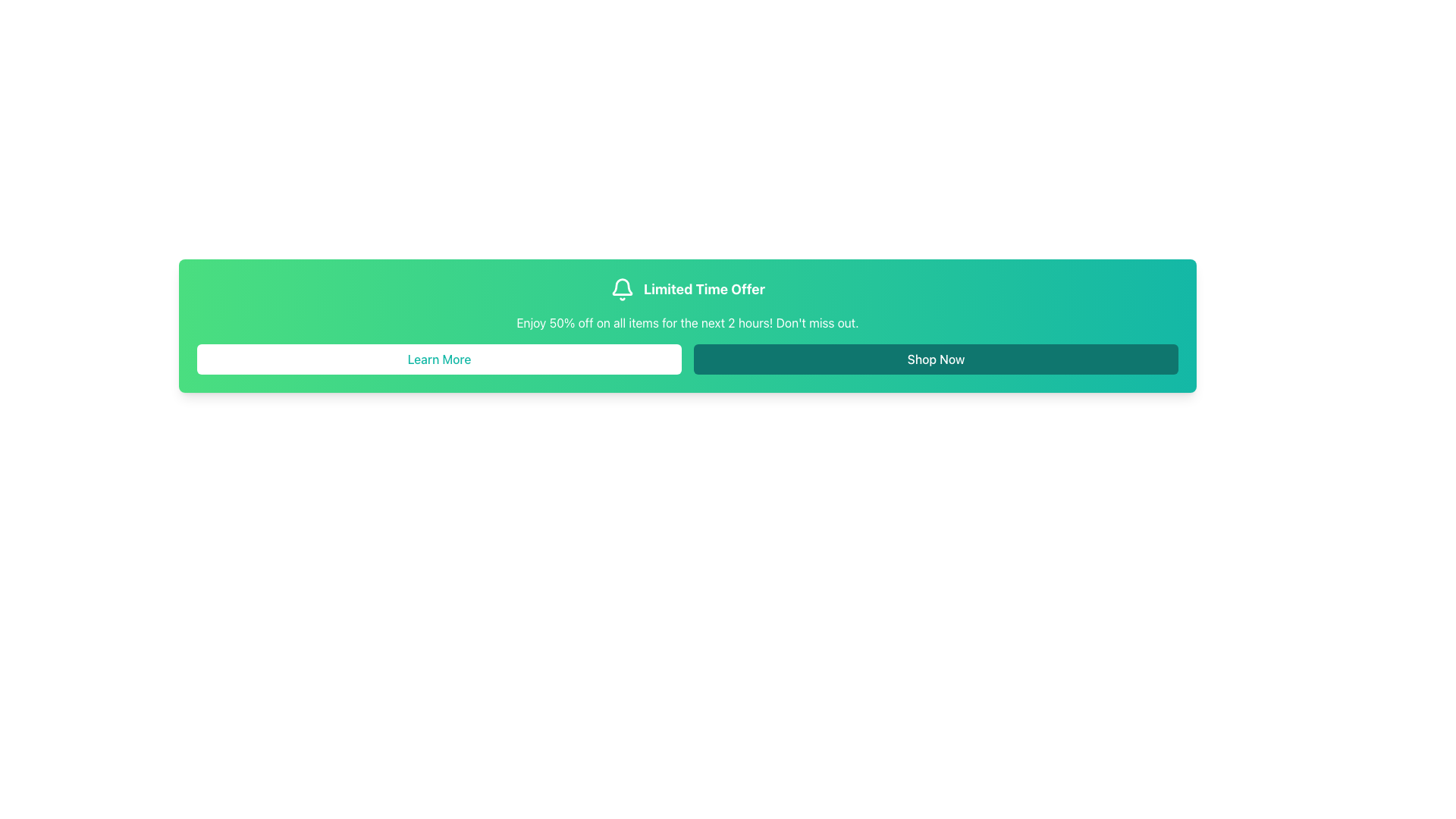 Image resolution: width=1456 pixels, height=819 pixels. Describe the element at coordinates (687, 322) in the screenshot. I see `the informational static text element that attracts attention towards the time-limited promotional discount offer, located below the 'Limited Time Offer' headline and above the 'Learn More' and 'Shop Now' buttons` at that location.